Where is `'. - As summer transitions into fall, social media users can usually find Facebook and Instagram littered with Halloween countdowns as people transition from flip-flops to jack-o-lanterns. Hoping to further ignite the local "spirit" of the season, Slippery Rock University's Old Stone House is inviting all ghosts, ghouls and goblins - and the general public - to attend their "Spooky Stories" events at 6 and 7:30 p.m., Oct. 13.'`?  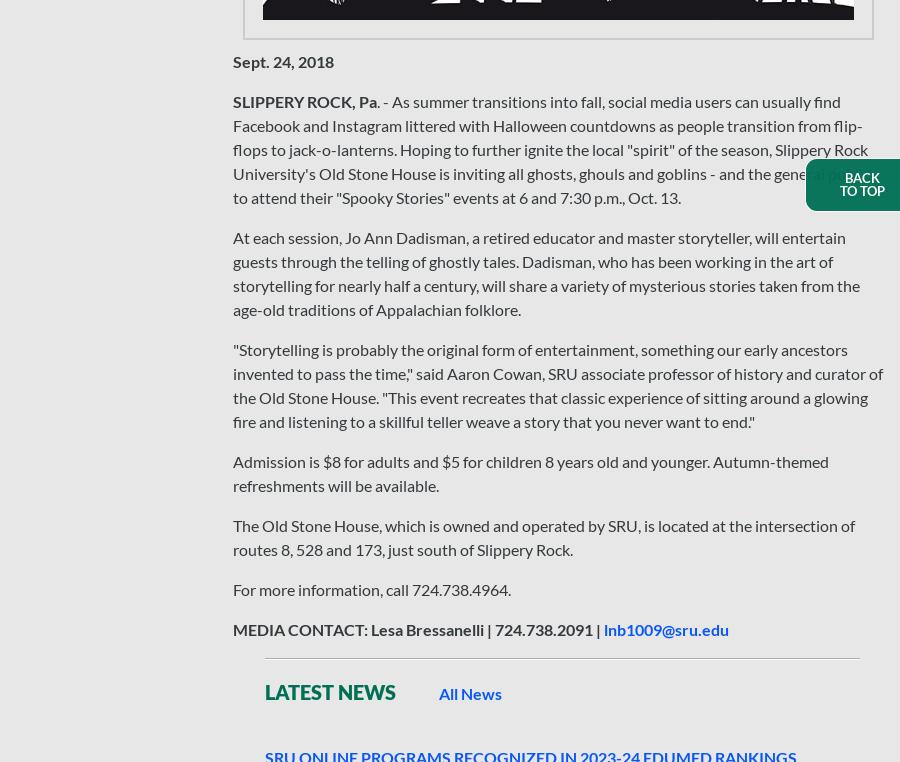 '. - As summer transitions into fall, social media users can usually find Facebook and Instagram littered with Halloween countdowns as people transition from flip-flops to jack-o-lanterns. Hoping to further ignite the local "spirit" of the season, Slippery Rock University's Old Stone House is inviting all ghosts, ghouls and goblins - and the general public - to attend their "Spooky Stories" events at 6 and 7:30 p.m., Oct. 13.' is located at coordinates (555, 148).